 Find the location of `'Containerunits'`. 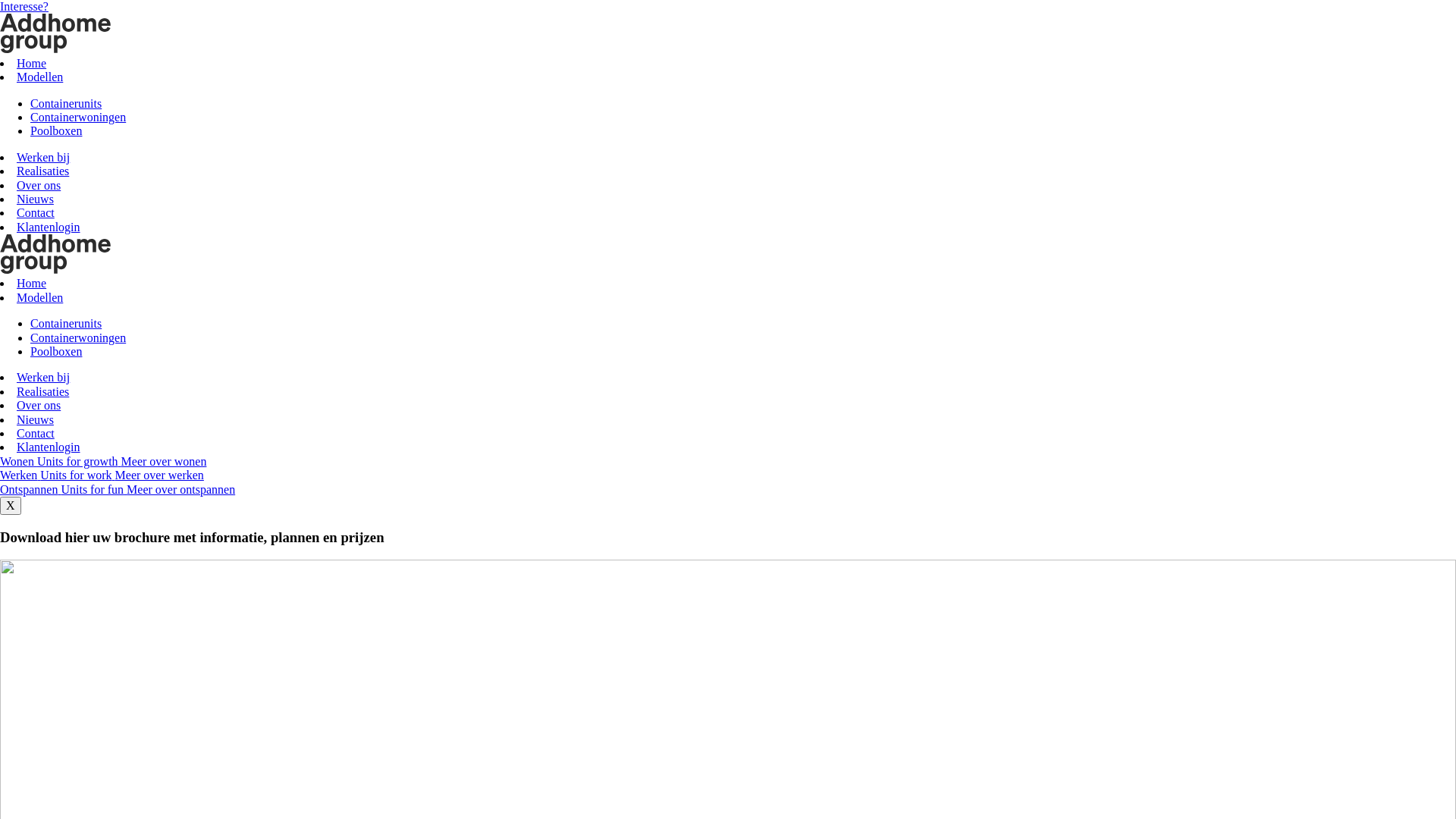

'Containerunits' is located at coordinates (64, 102).